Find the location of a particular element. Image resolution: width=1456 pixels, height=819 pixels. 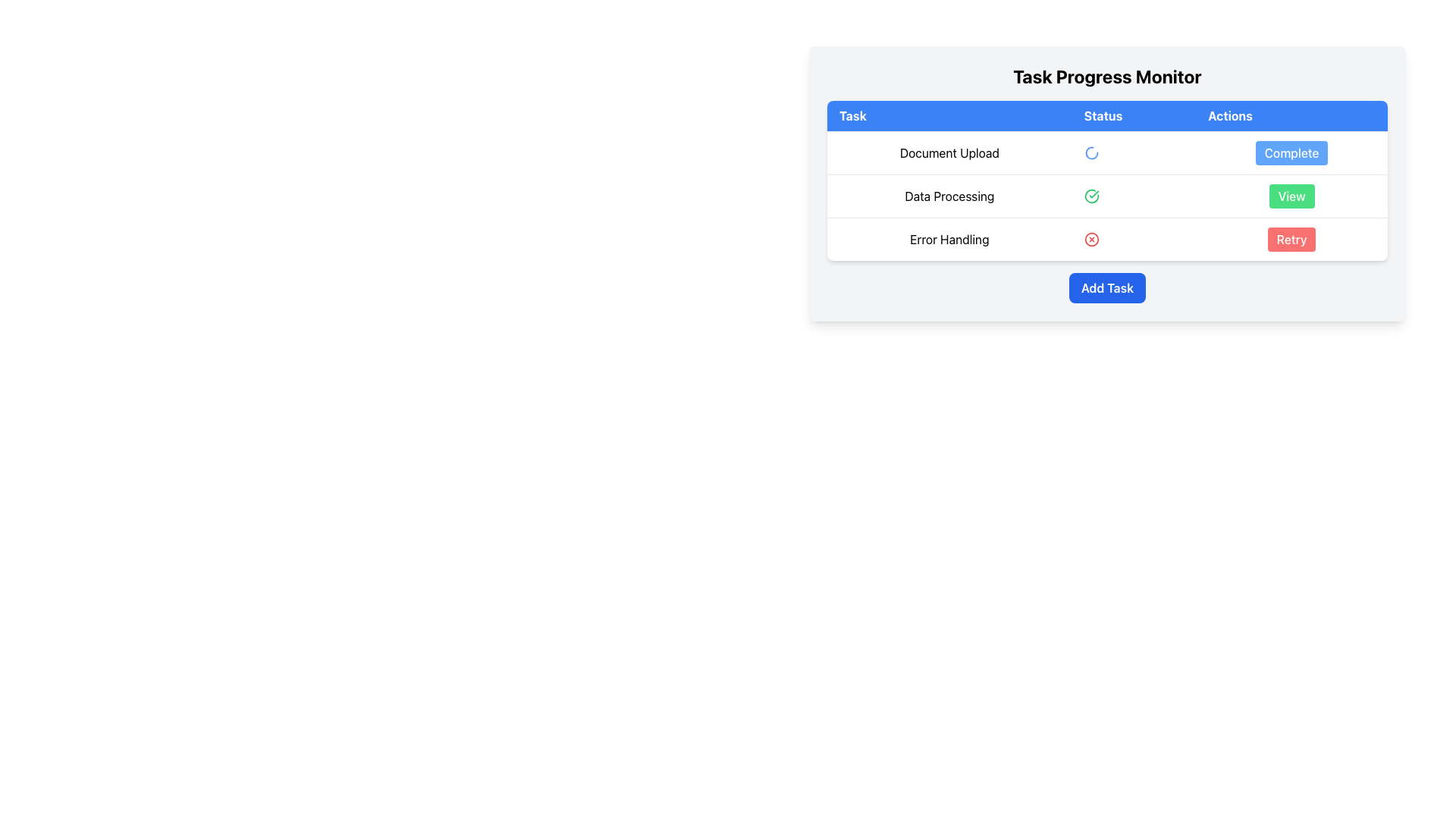

the blue circular loading indicator in the 'Status' column of the first row of the table for the 'Document Upload' task is located at coordinates (1090, 152).